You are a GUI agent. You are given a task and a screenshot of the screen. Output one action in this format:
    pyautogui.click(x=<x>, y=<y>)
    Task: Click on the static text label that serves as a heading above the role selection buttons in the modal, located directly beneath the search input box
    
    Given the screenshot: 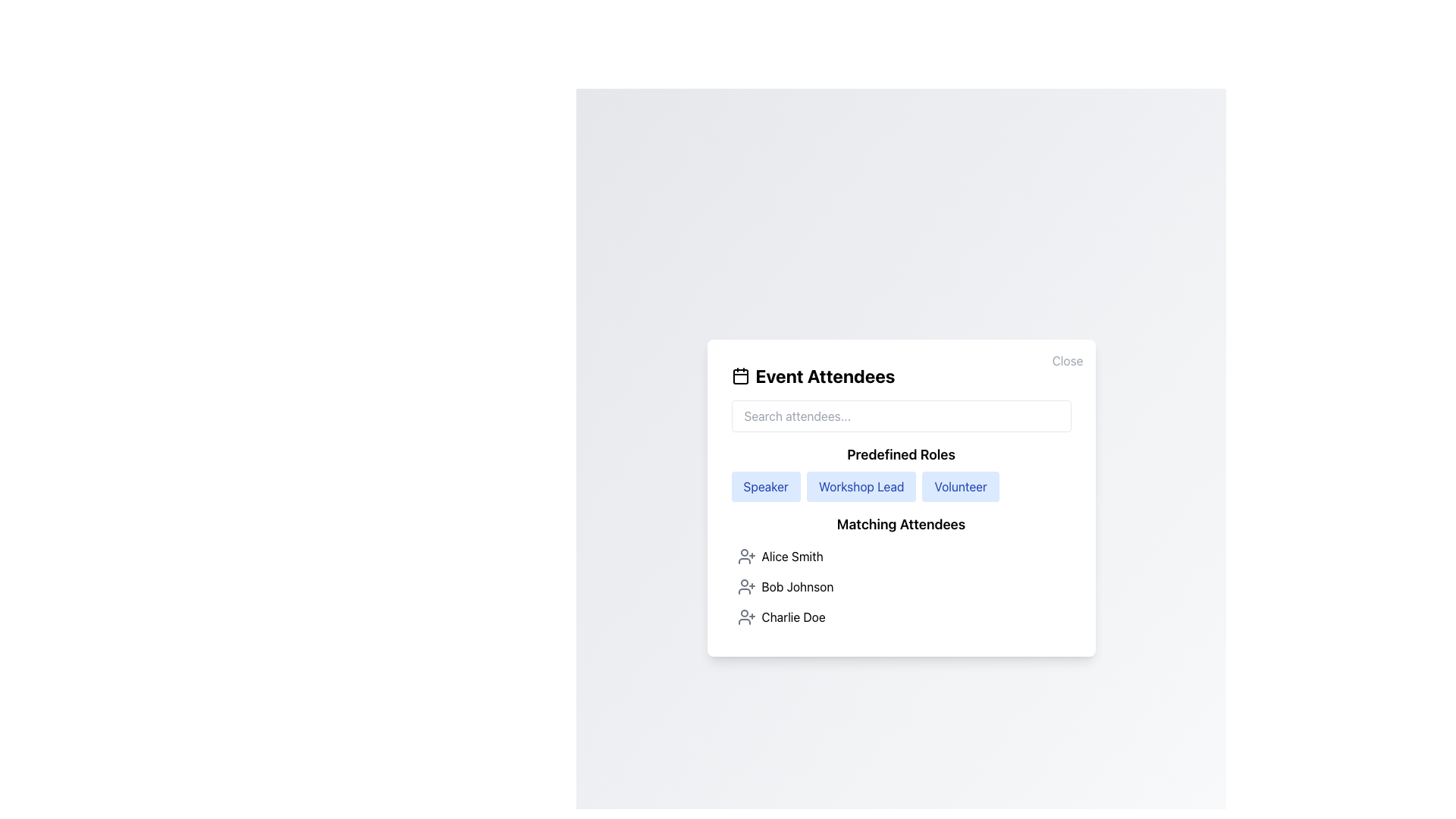 What is the action you would take?
    pyautogui.click(x=901, y=454)
    